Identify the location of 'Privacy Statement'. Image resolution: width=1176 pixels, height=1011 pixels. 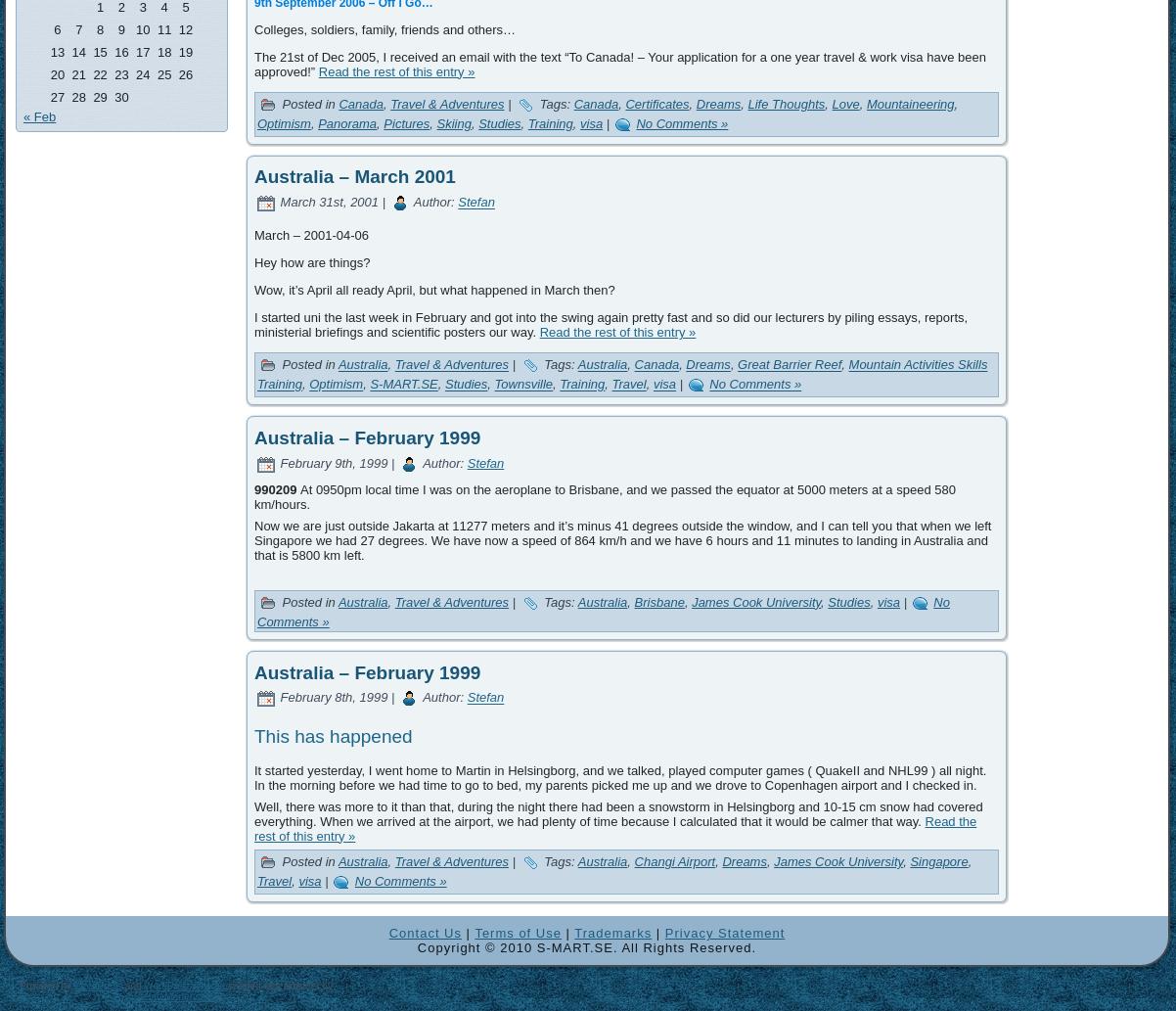
(724, 932).